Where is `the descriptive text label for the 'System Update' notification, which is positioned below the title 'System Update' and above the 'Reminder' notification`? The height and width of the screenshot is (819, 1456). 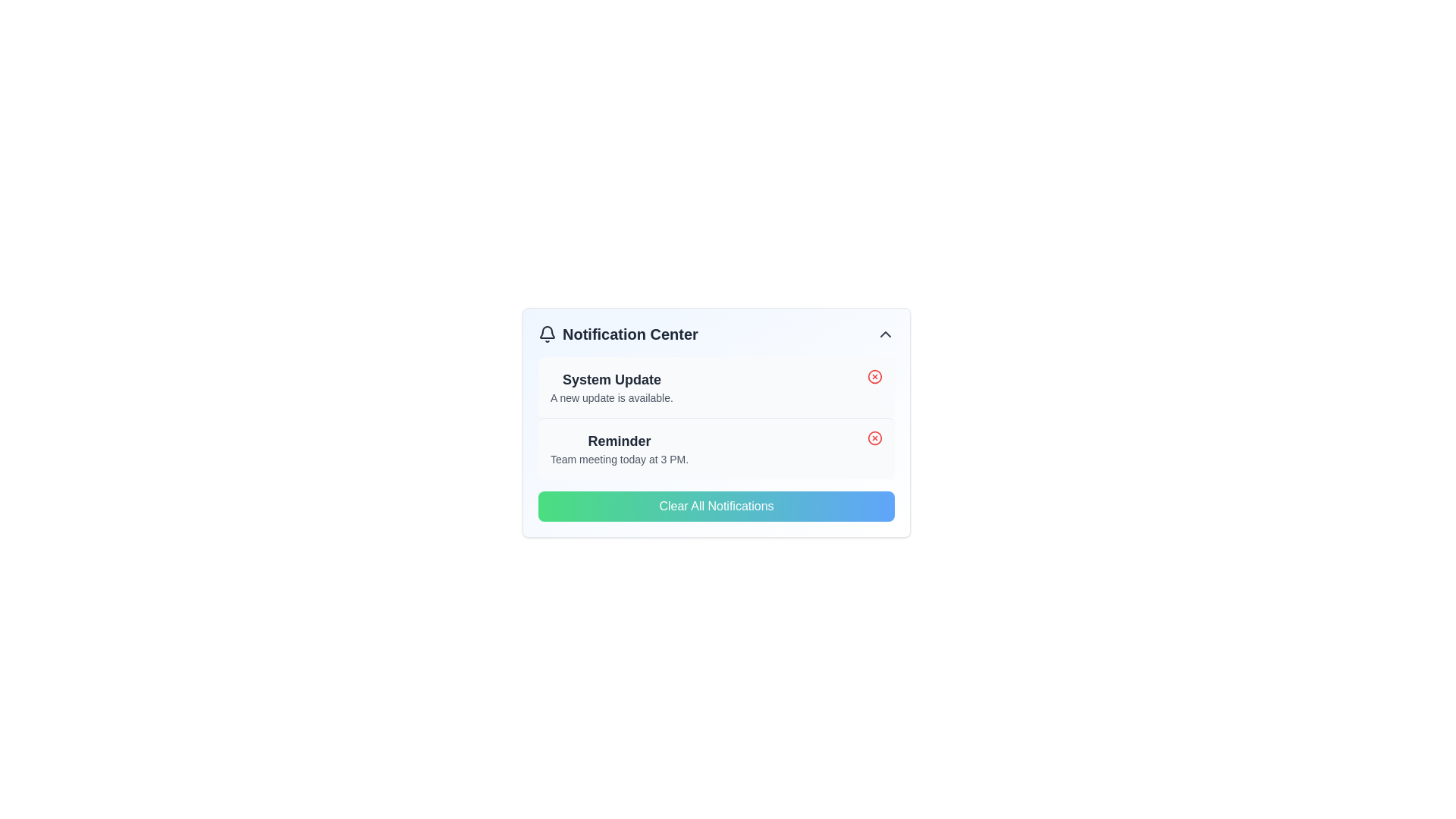 the descriptive text label for the 'System Update' notification, which is positioned below the title 'System Update' and above the 'Reminder' notification is located at coordinates (611, 397).